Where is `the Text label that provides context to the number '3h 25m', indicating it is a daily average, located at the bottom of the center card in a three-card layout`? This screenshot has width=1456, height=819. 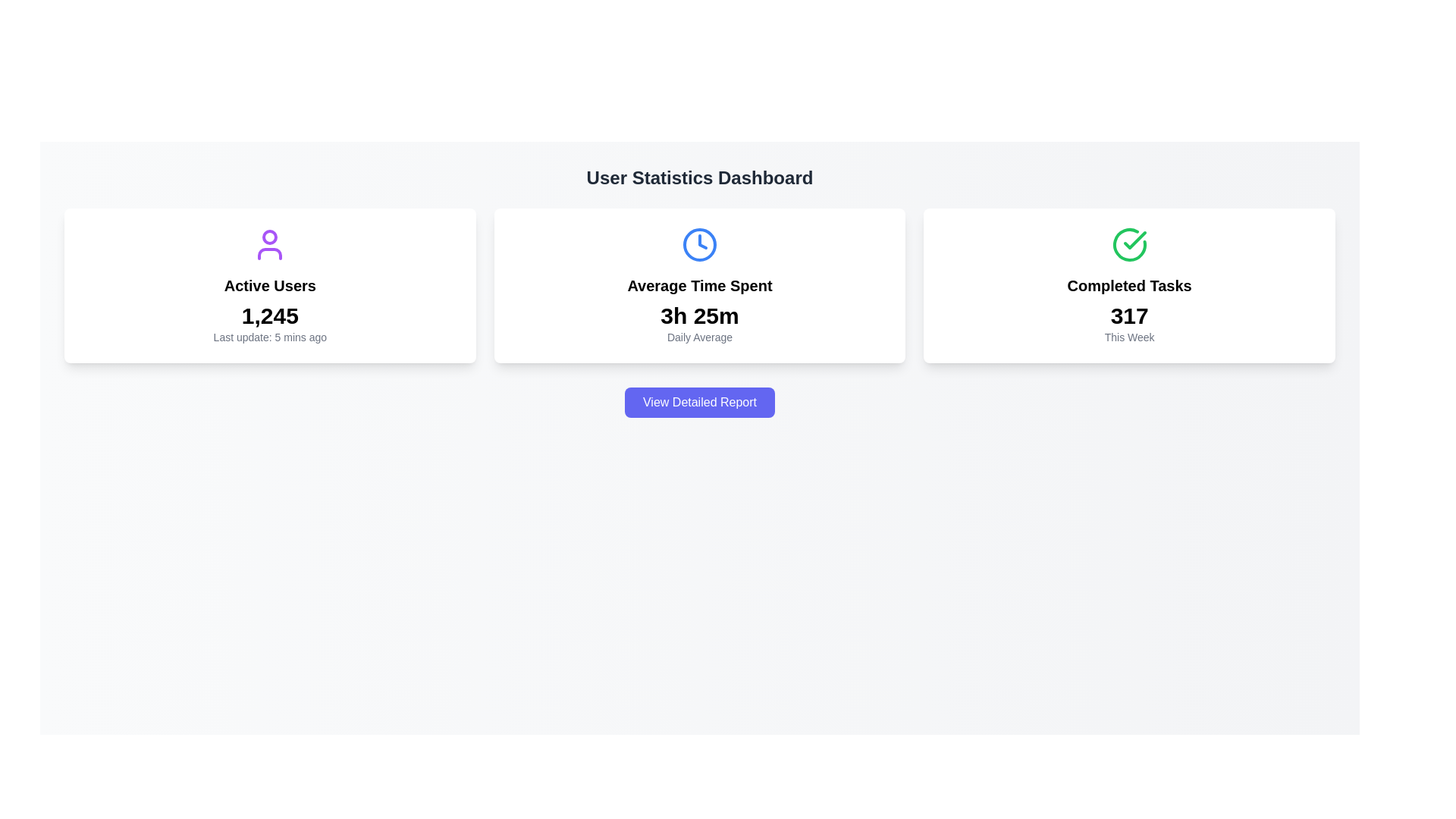
the Text label that provides context to the number '3h 25m', indicating it is a daily average, located at the bottom of the center card in a three-card layout is located at coordinates (698, 336).